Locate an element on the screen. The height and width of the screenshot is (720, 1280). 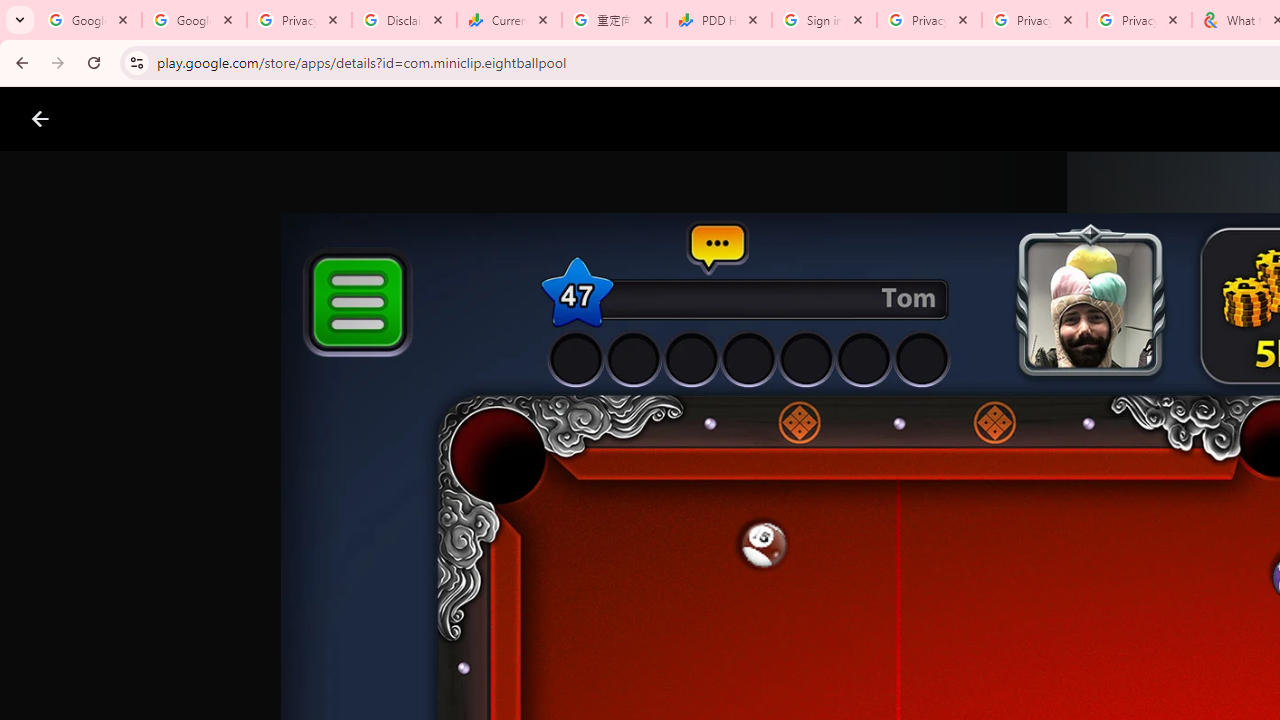
'Close screenshot viewer' is located at coordinates (39, 119).